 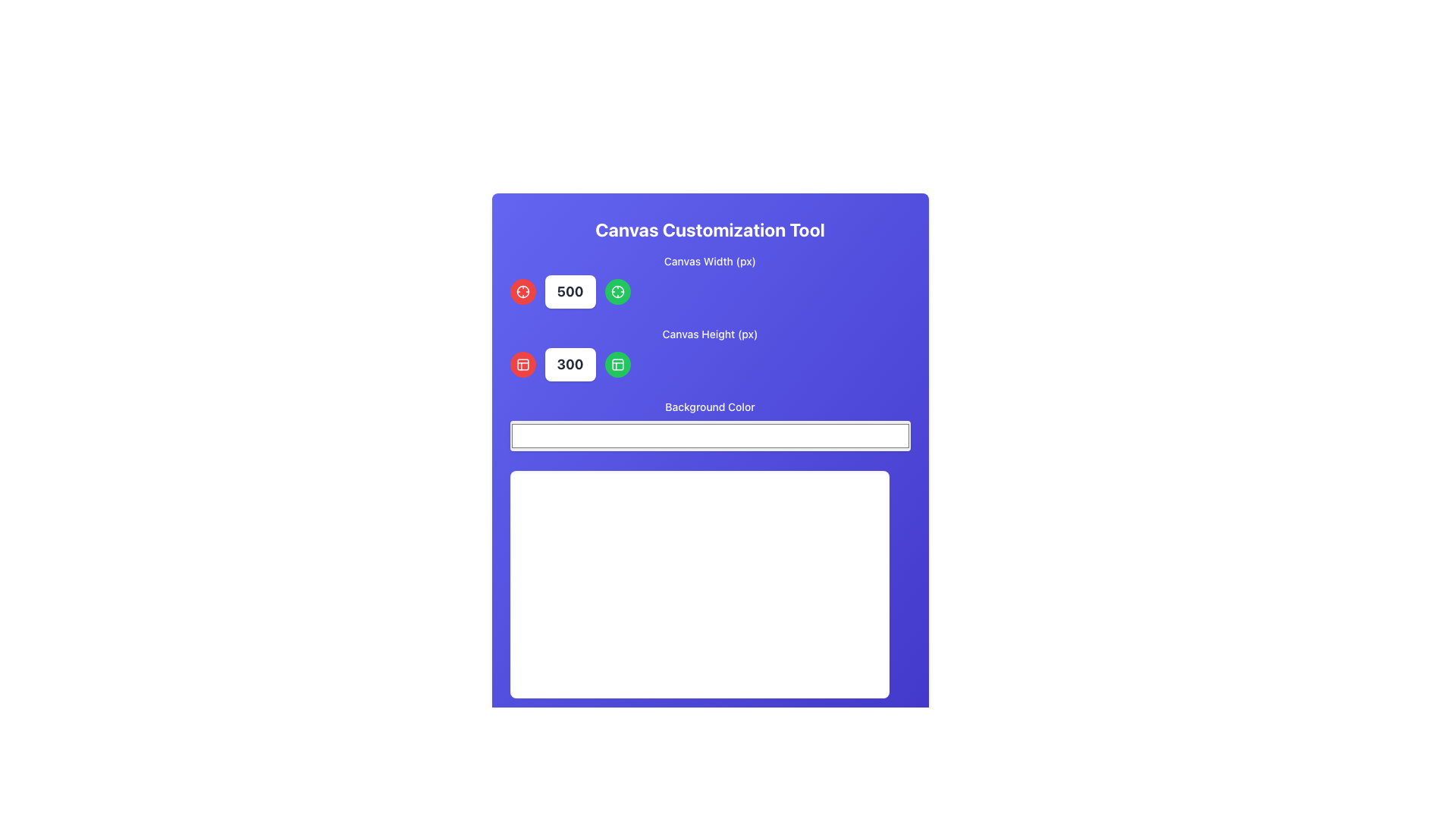 What do you see at coordinates (709, 260) in the screenshot?
I see `text label that displays 'Canvas Width (px)', which is a small font styled element located above the number input field showing the value 500` at bounding box center [709, 260].